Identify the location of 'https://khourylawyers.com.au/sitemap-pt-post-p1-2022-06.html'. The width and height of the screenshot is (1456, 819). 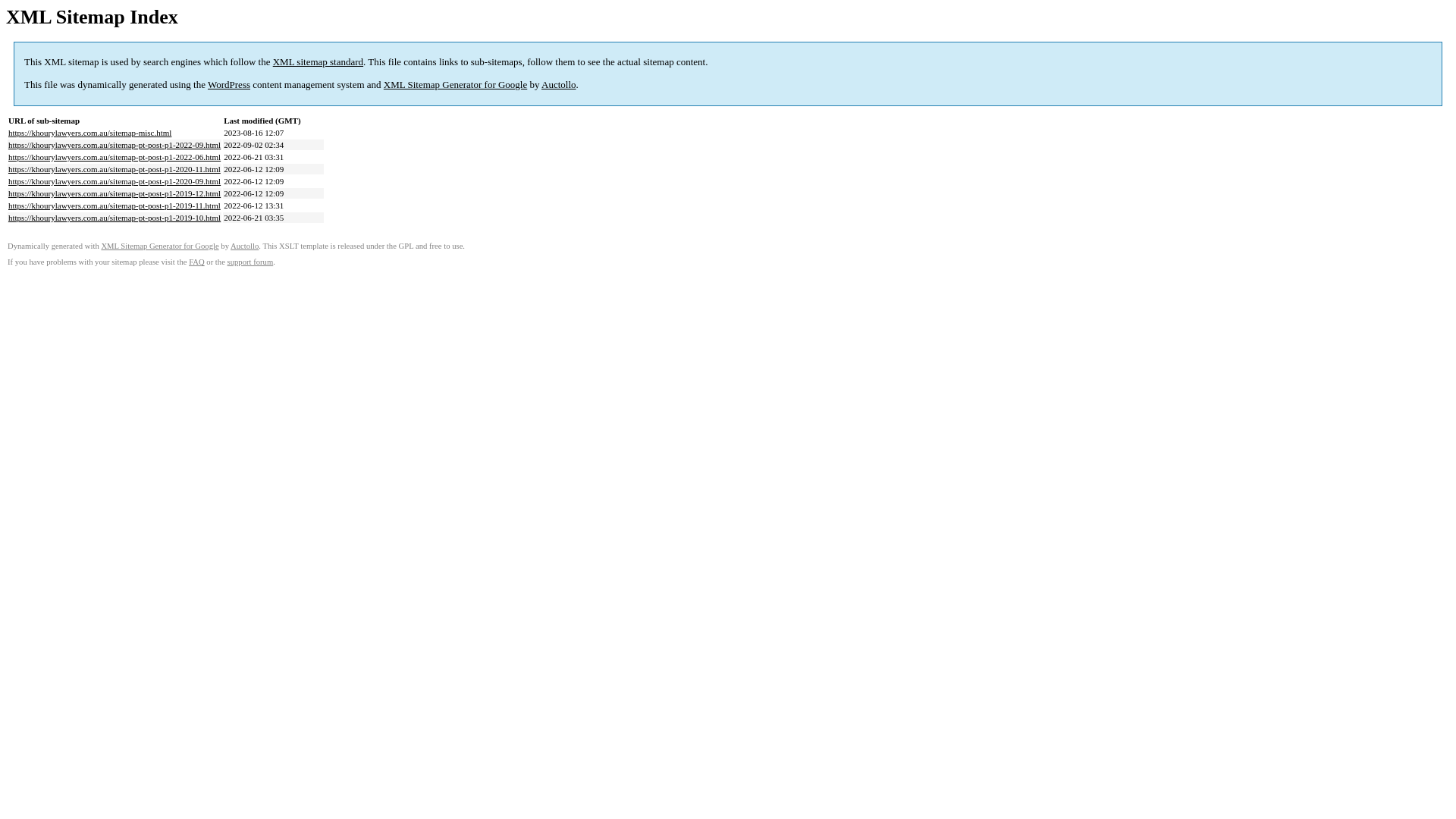
(113, 157).